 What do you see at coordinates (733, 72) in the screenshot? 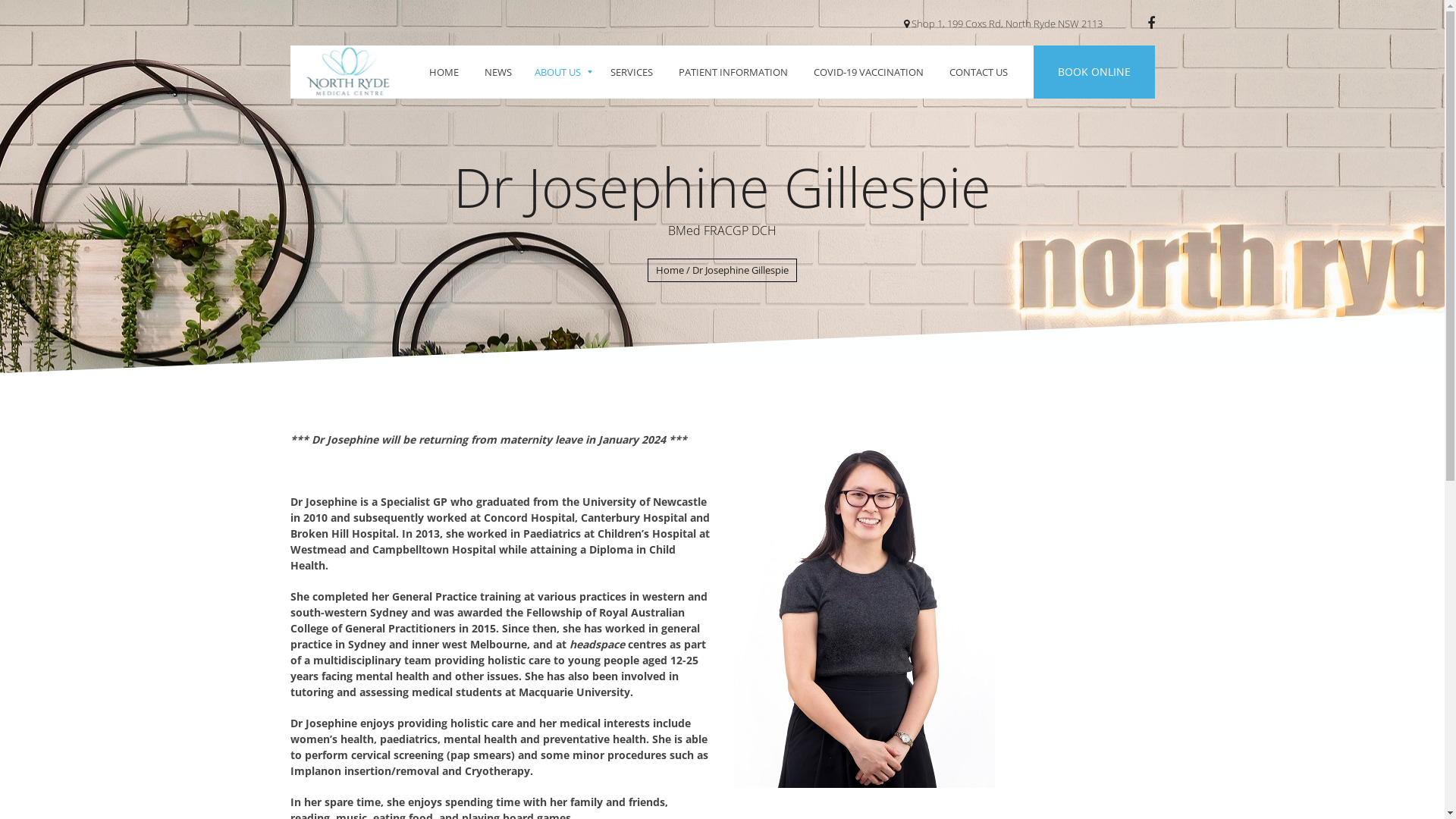
I see `'PATIENT INFORMATION'` at bounding box center [733, 72].